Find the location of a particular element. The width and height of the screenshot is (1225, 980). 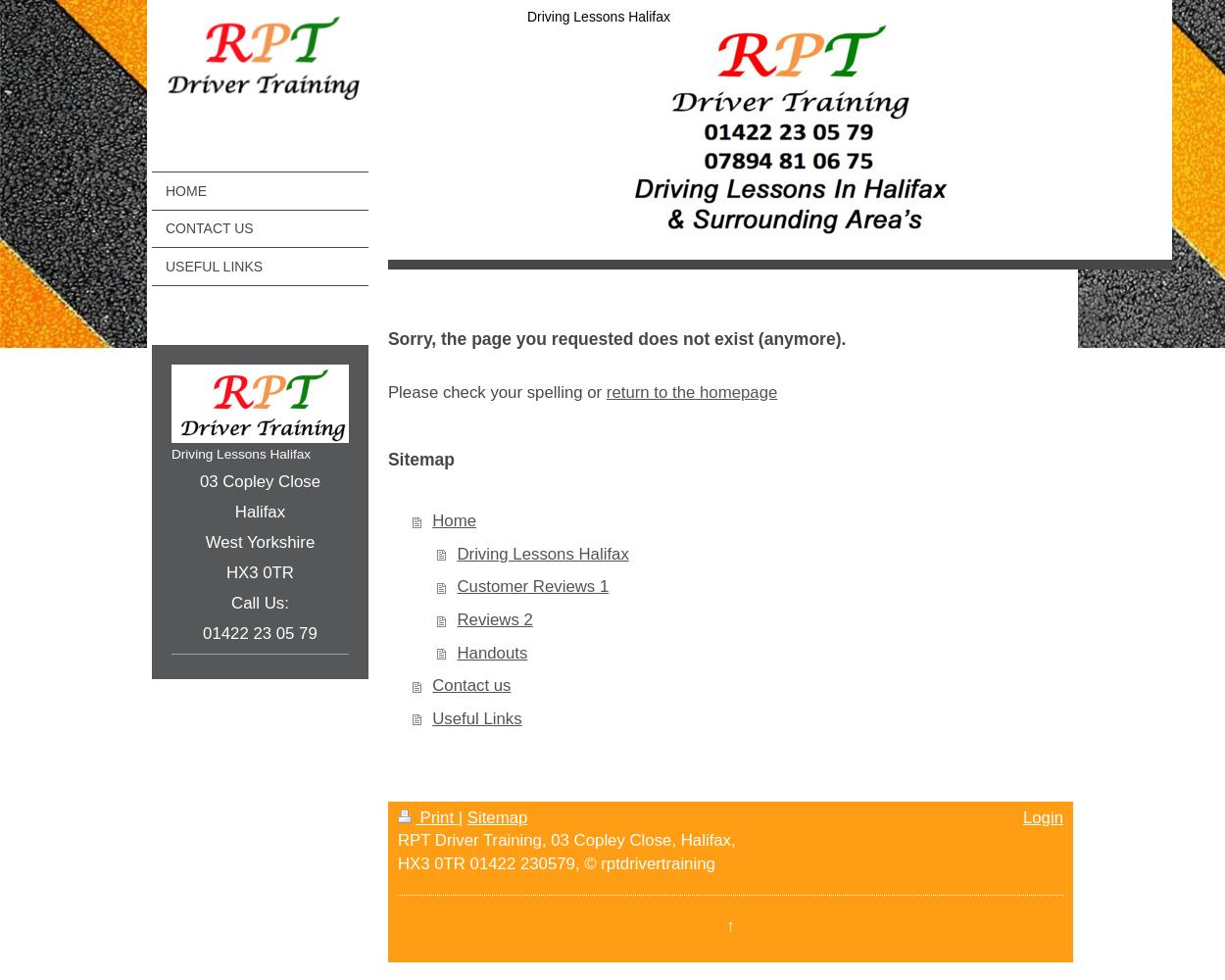

'Halifax' is located at coordinates (260, 511).